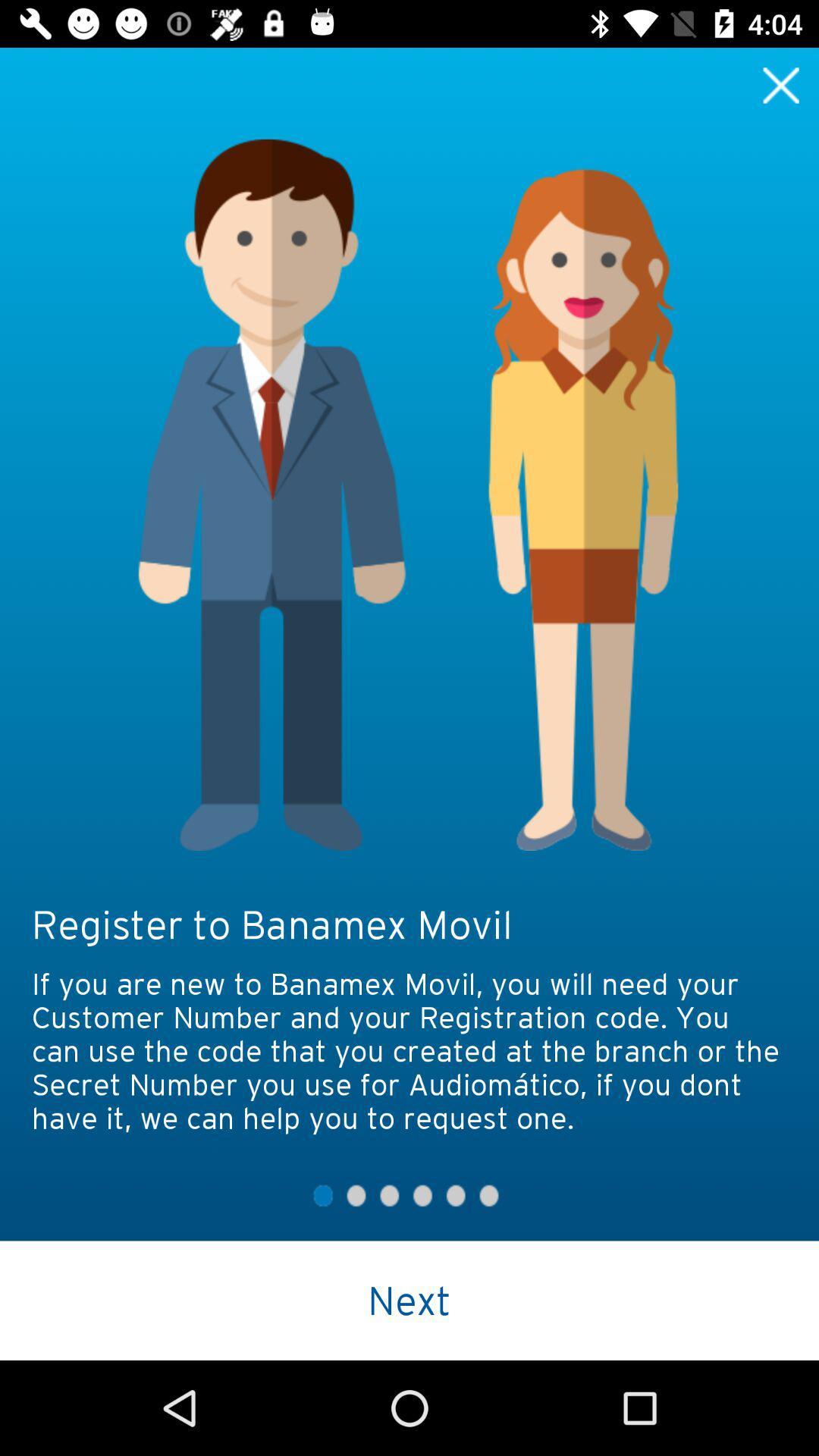  What do you see at coordinates (781, 84) in the screenshot?
I see `exit the window` at bounding box center [781, 84].